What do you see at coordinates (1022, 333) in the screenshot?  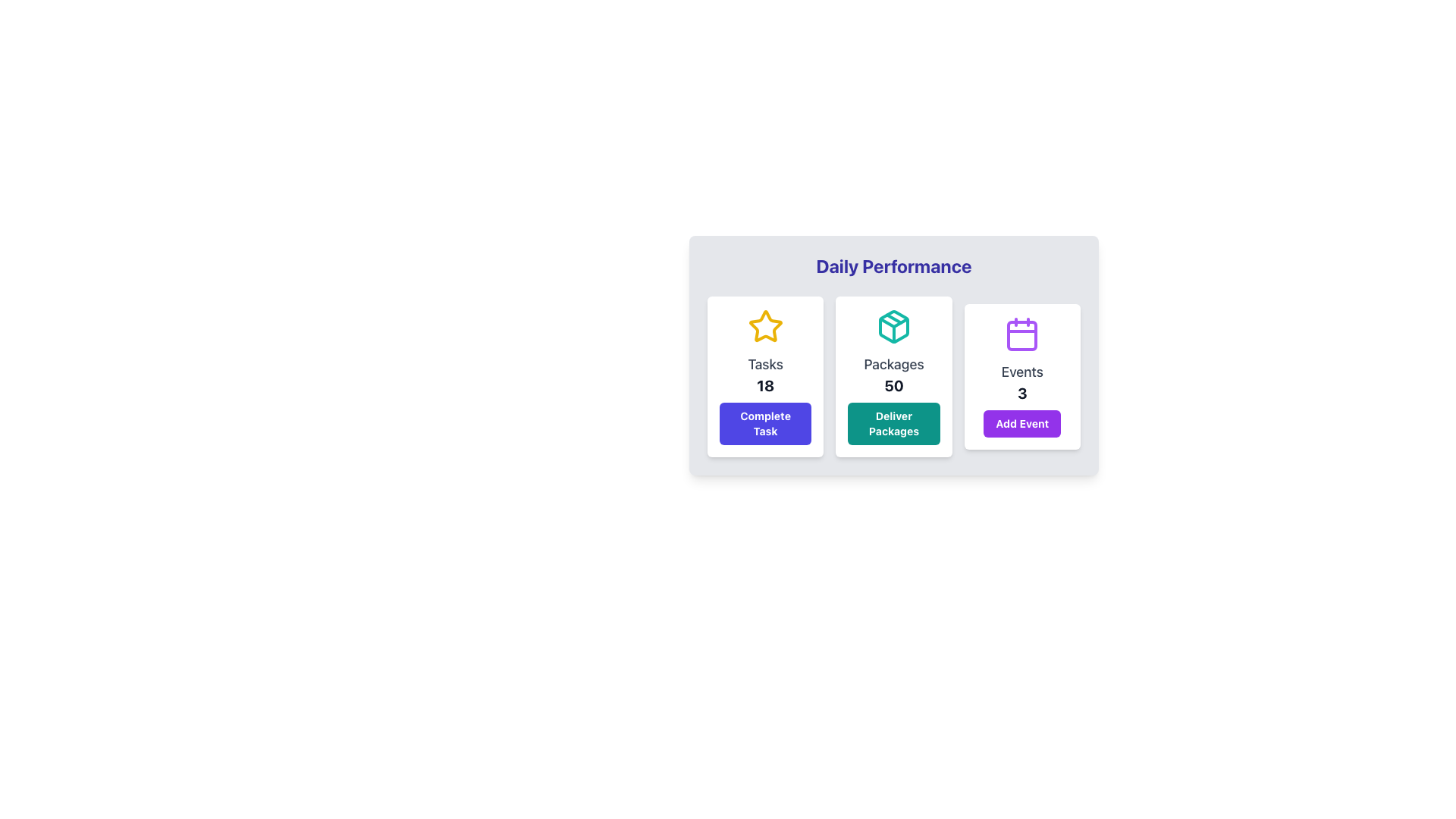 I see `the calendar icon with a purple outline located in the third block of the 'Daily Performance' section, above the text 'Events' and to the left of the number '3'` at bounding box center [1022, 333].